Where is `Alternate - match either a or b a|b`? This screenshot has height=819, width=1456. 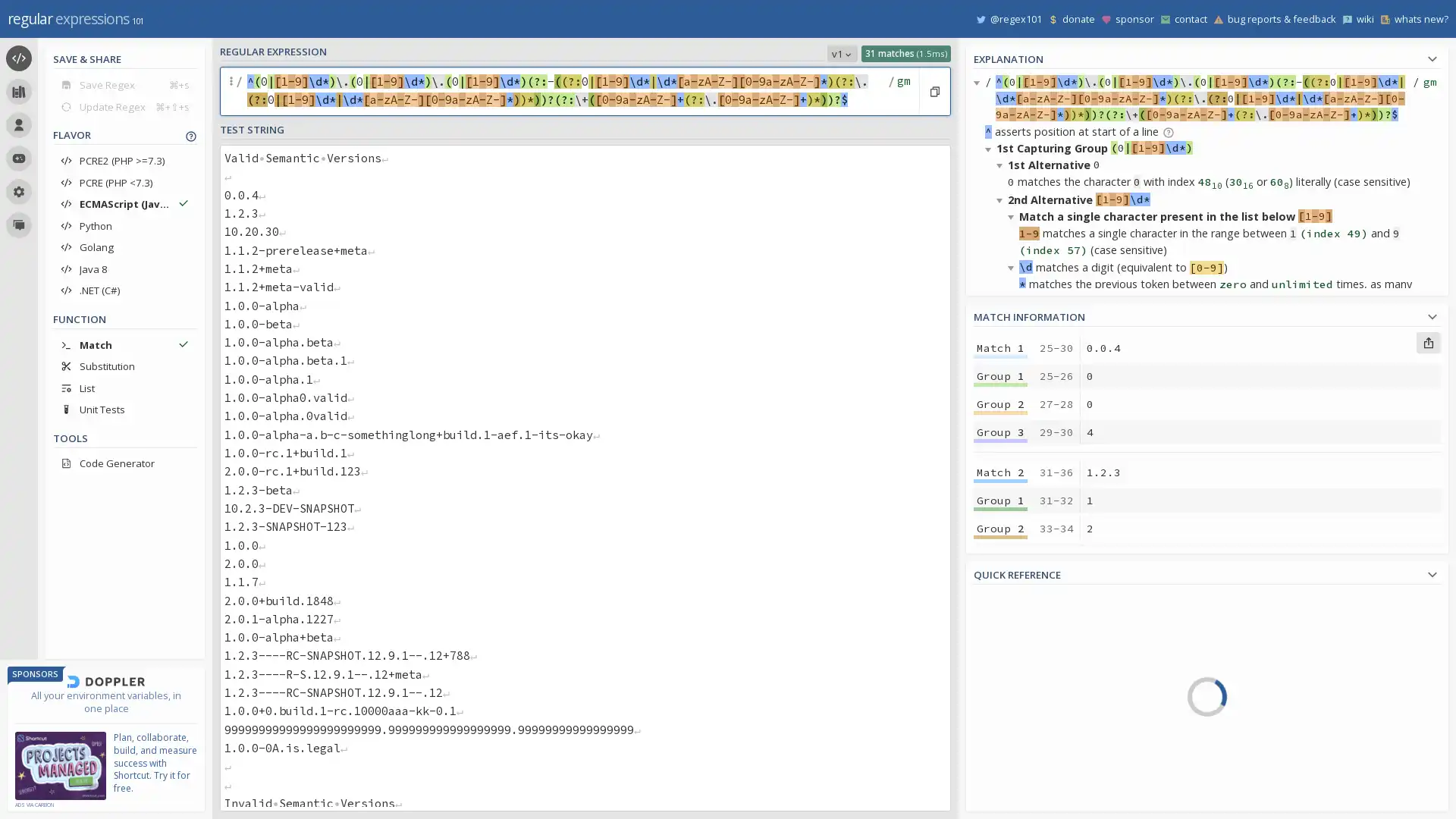
Alternate - match either a or b a|b is located at coordinates (1282, 730).